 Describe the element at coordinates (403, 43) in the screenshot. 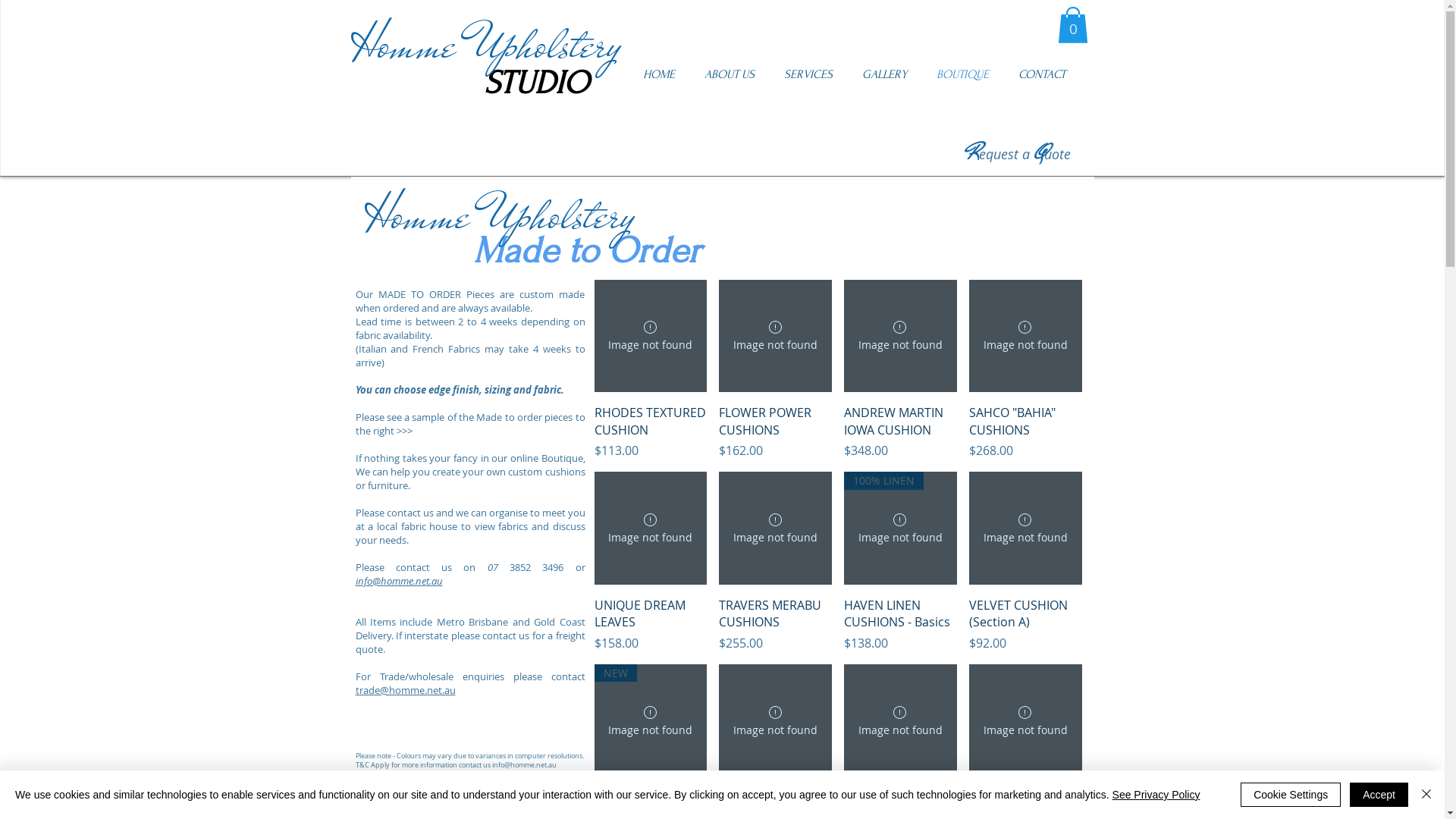

I see `'Homme'` at that location.